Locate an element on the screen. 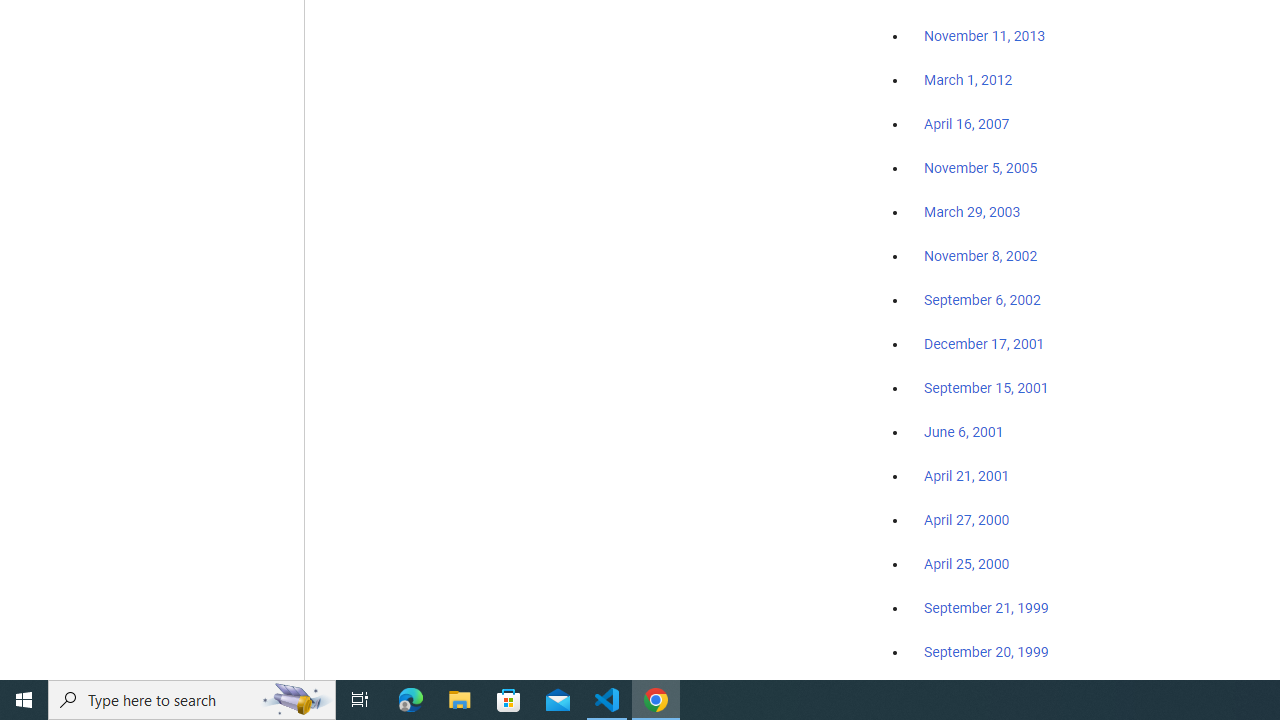 This screenshot has width=1280, height=720. 'September 21, 1999' is located at coordinates (986, 607).